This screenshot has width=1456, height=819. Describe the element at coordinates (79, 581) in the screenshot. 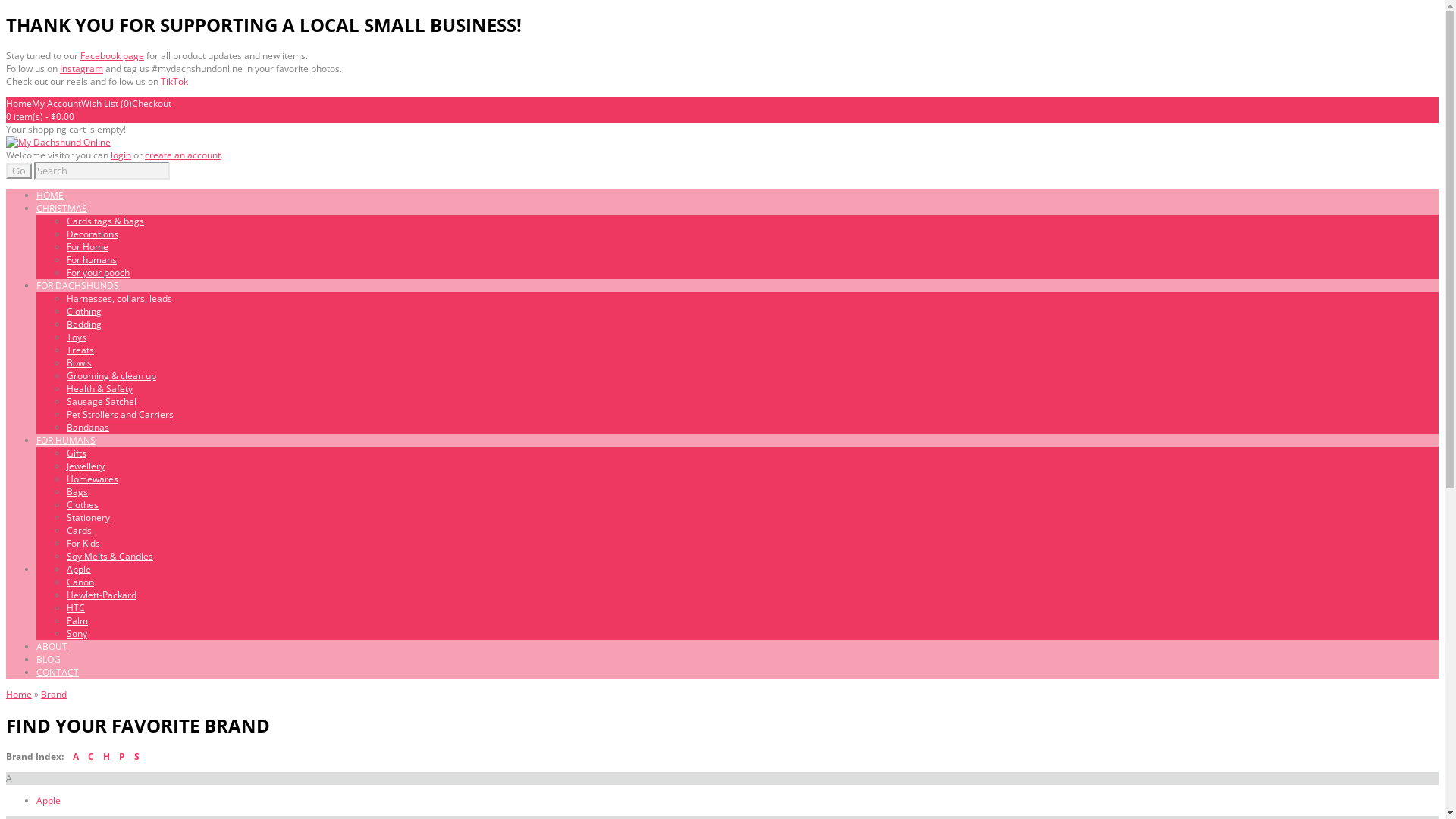

I see `'Canon'` at that location.